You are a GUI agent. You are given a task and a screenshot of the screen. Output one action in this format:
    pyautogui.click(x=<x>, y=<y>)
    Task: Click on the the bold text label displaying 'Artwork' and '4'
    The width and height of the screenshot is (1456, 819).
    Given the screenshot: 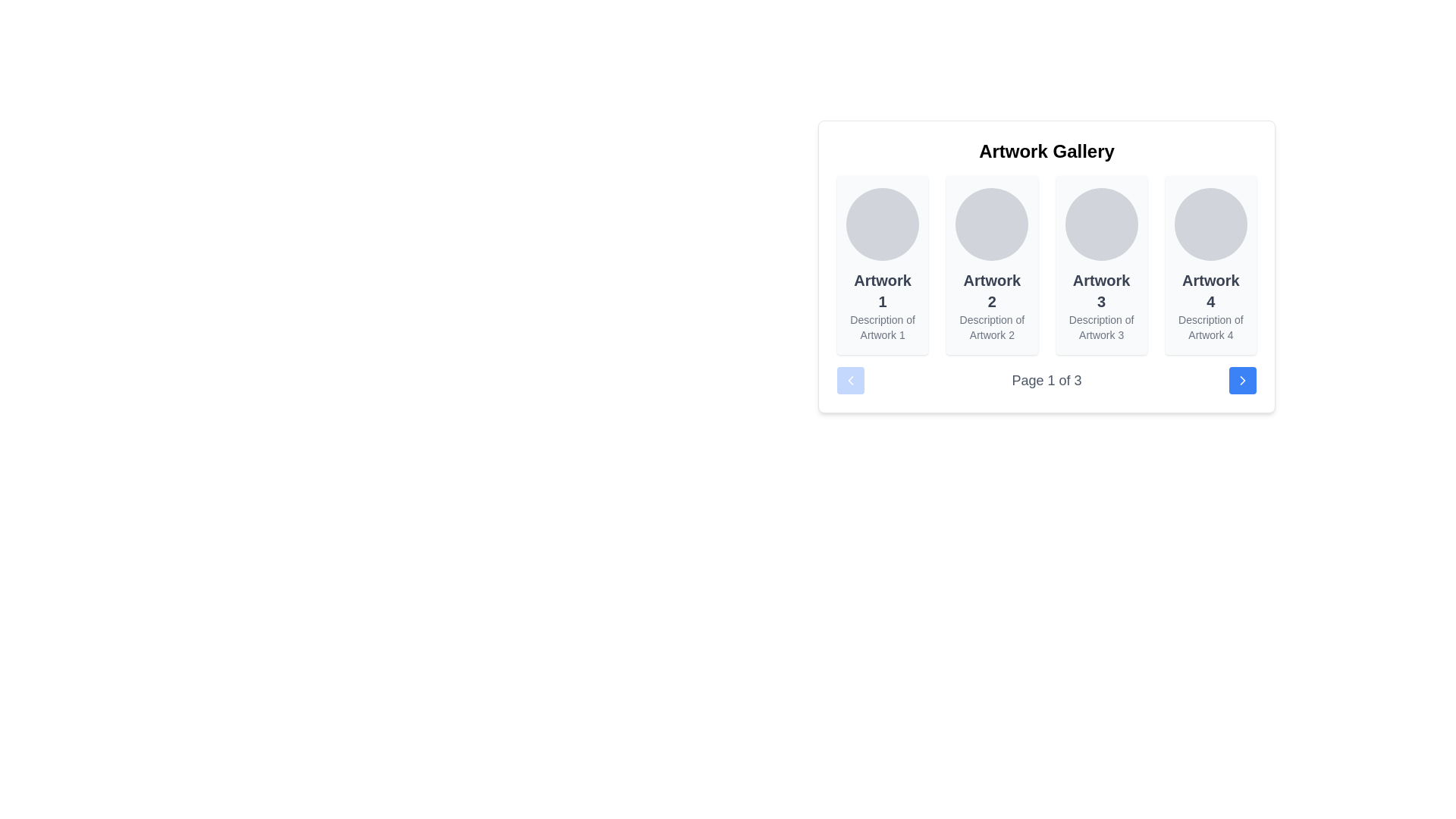 What is the action you would take?
    pyautogui.click(x=1210, y=291)
    